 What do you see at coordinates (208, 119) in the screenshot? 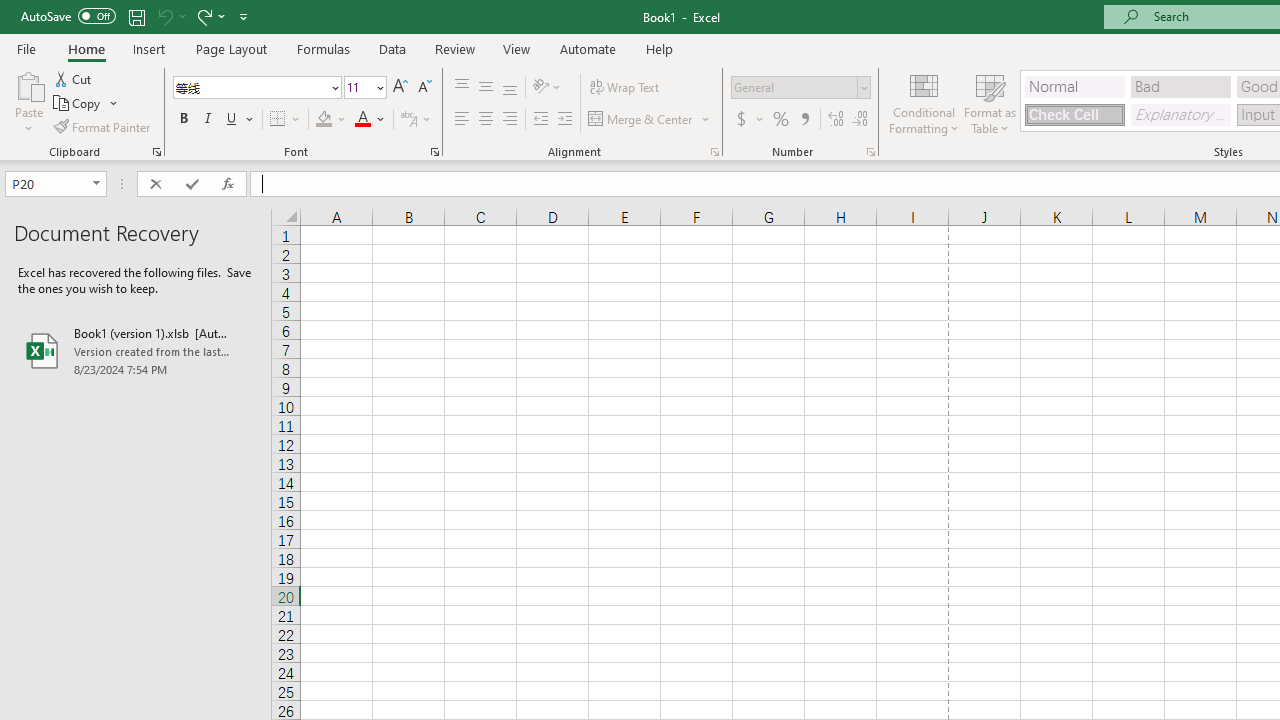
I see `'Italic'` at bounding box center [208, 119].